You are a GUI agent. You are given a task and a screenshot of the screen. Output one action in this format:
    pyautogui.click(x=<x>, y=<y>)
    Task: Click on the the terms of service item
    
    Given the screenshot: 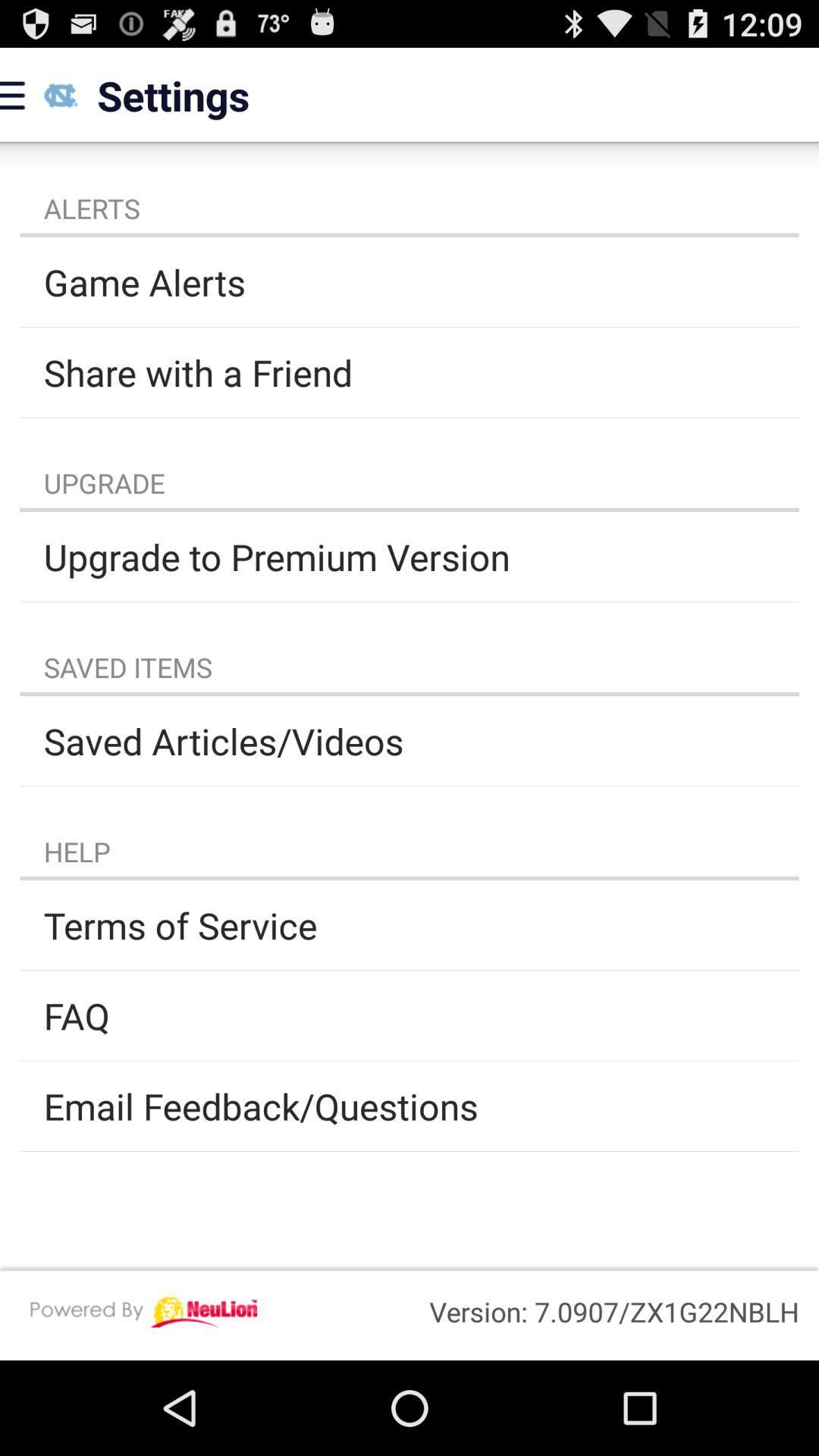 What is the action you would take?
    pyautogui.click(x=409, y=924)
    